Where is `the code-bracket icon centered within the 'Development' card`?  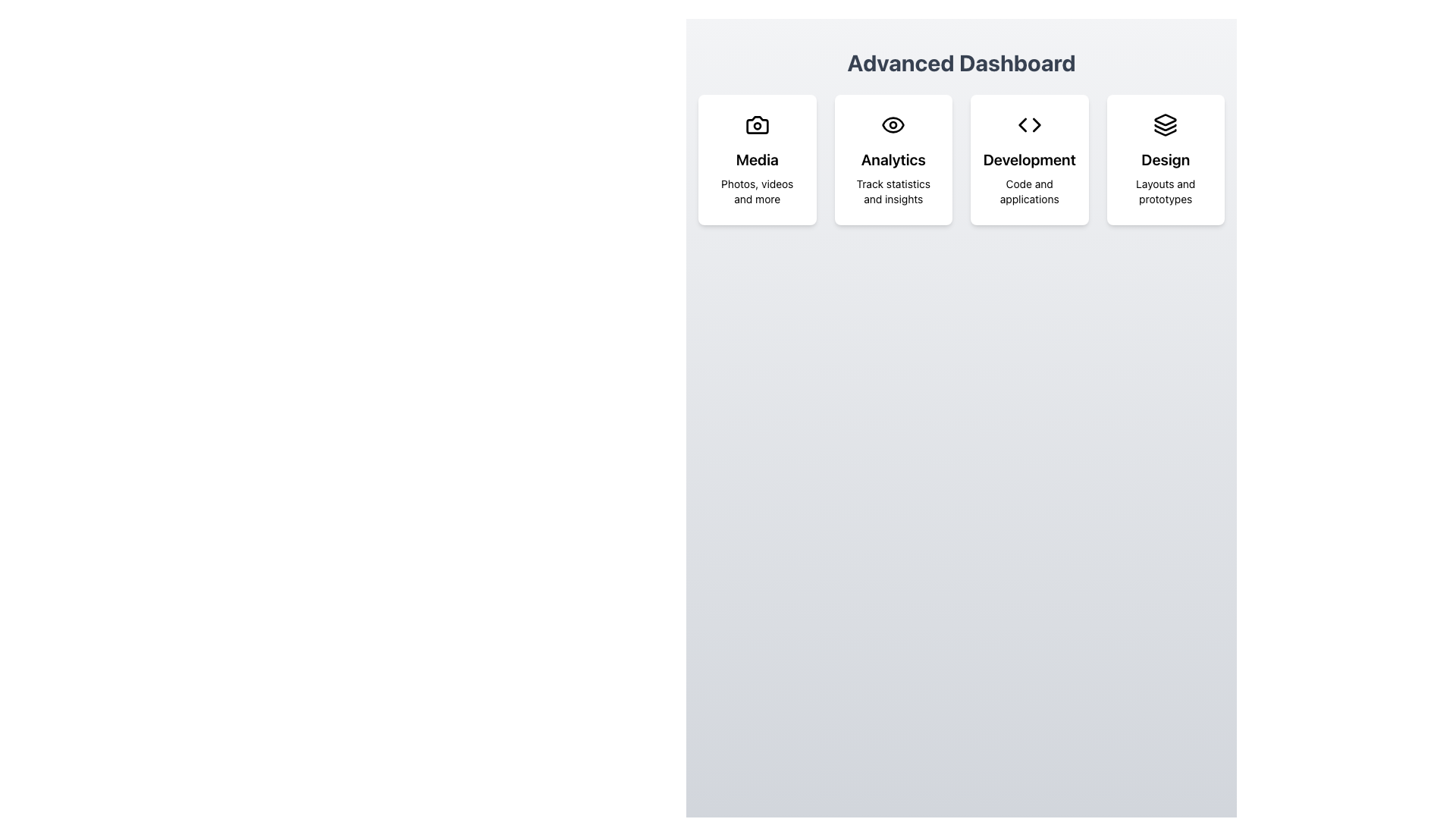 the code-bracket icon centered within the 'Development' card is located at coordinates (1029, 124).